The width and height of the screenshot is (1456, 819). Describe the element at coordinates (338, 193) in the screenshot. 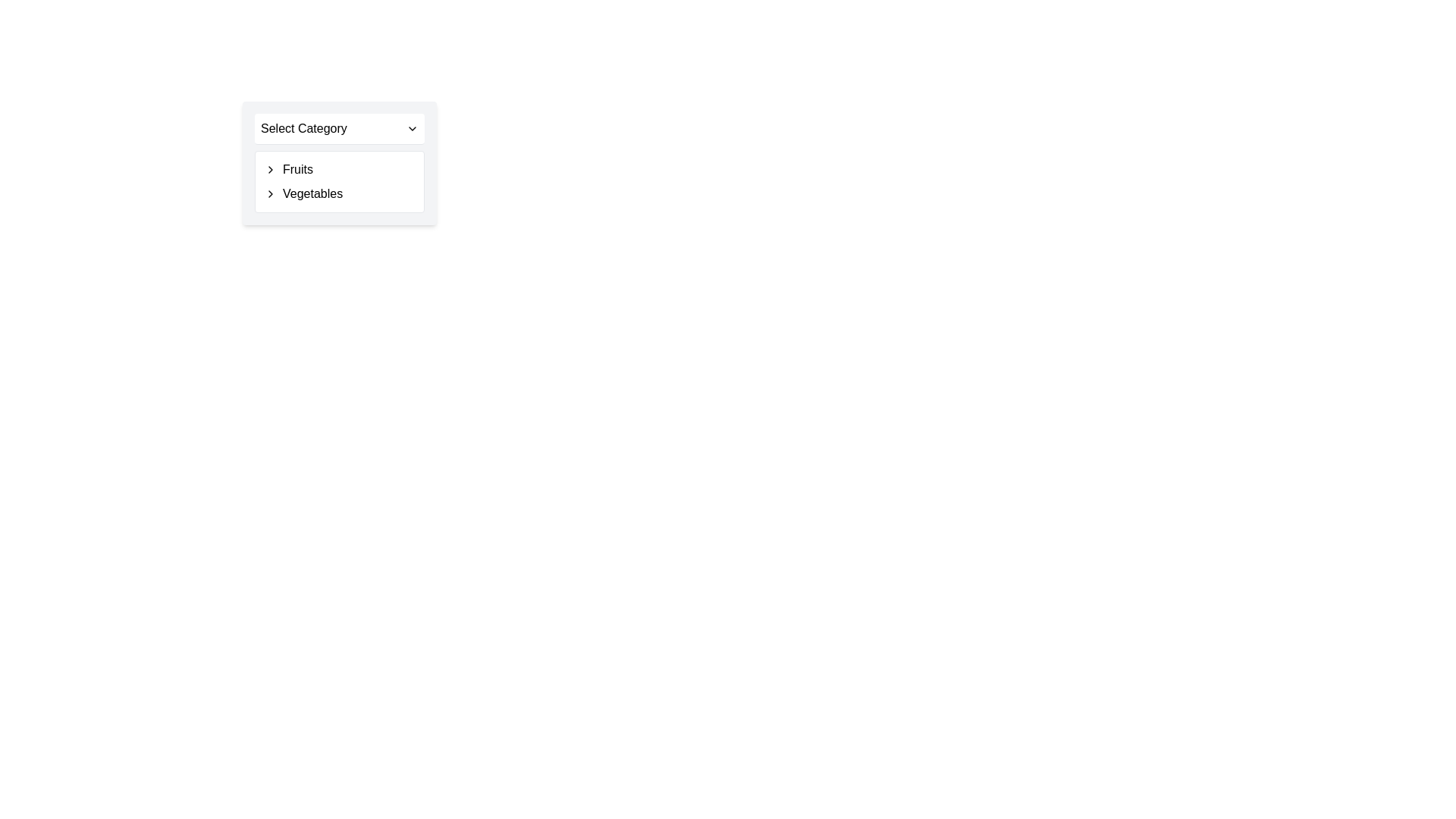

I see `the 'Vegetables' category option, which is the second item in the dropdown list below the 'Fruits' option` at that location.